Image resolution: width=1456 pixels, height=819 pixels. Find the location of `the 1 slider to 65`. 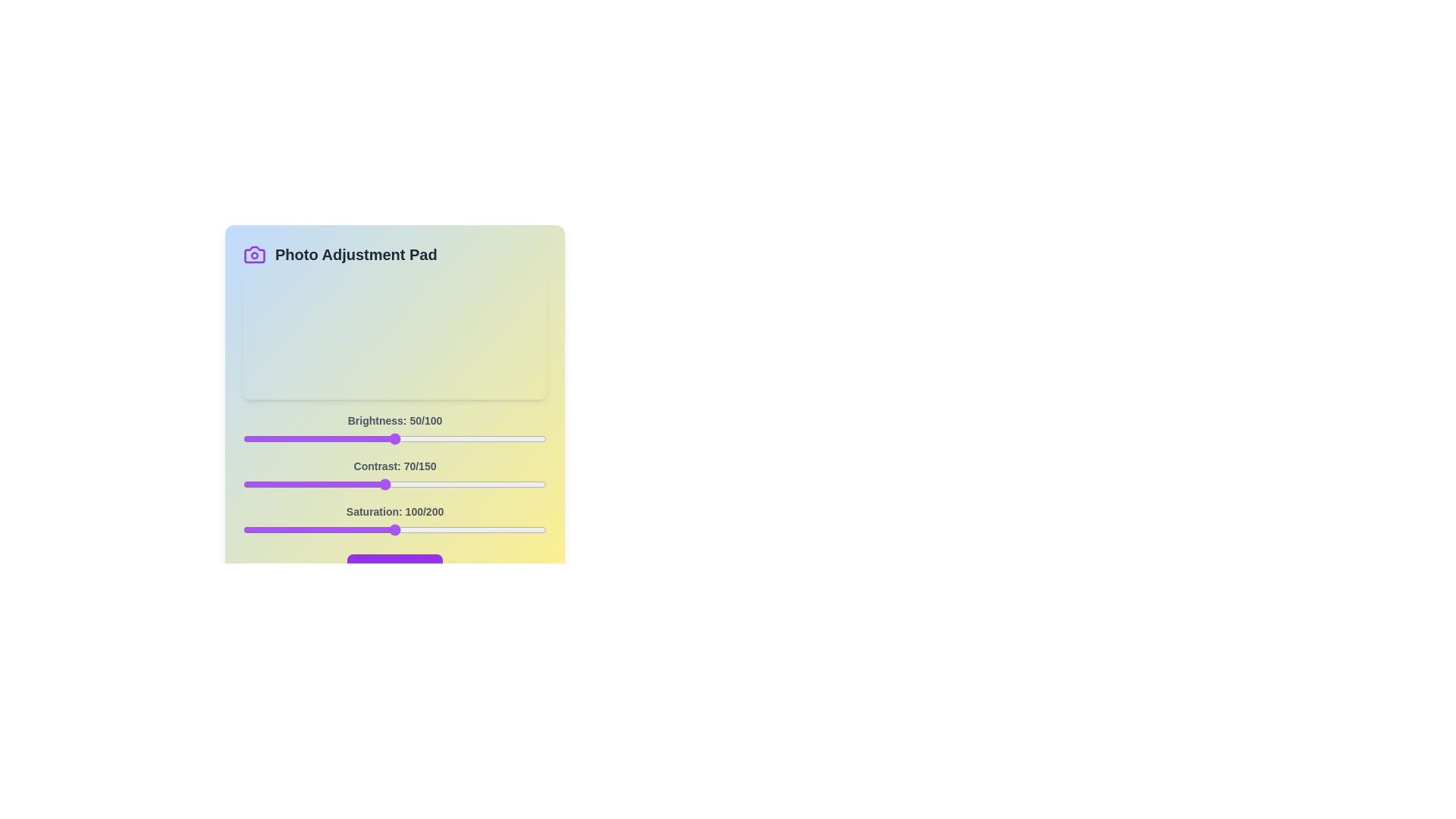

the 1 slider to 65 is located at coordinates (375, 485).